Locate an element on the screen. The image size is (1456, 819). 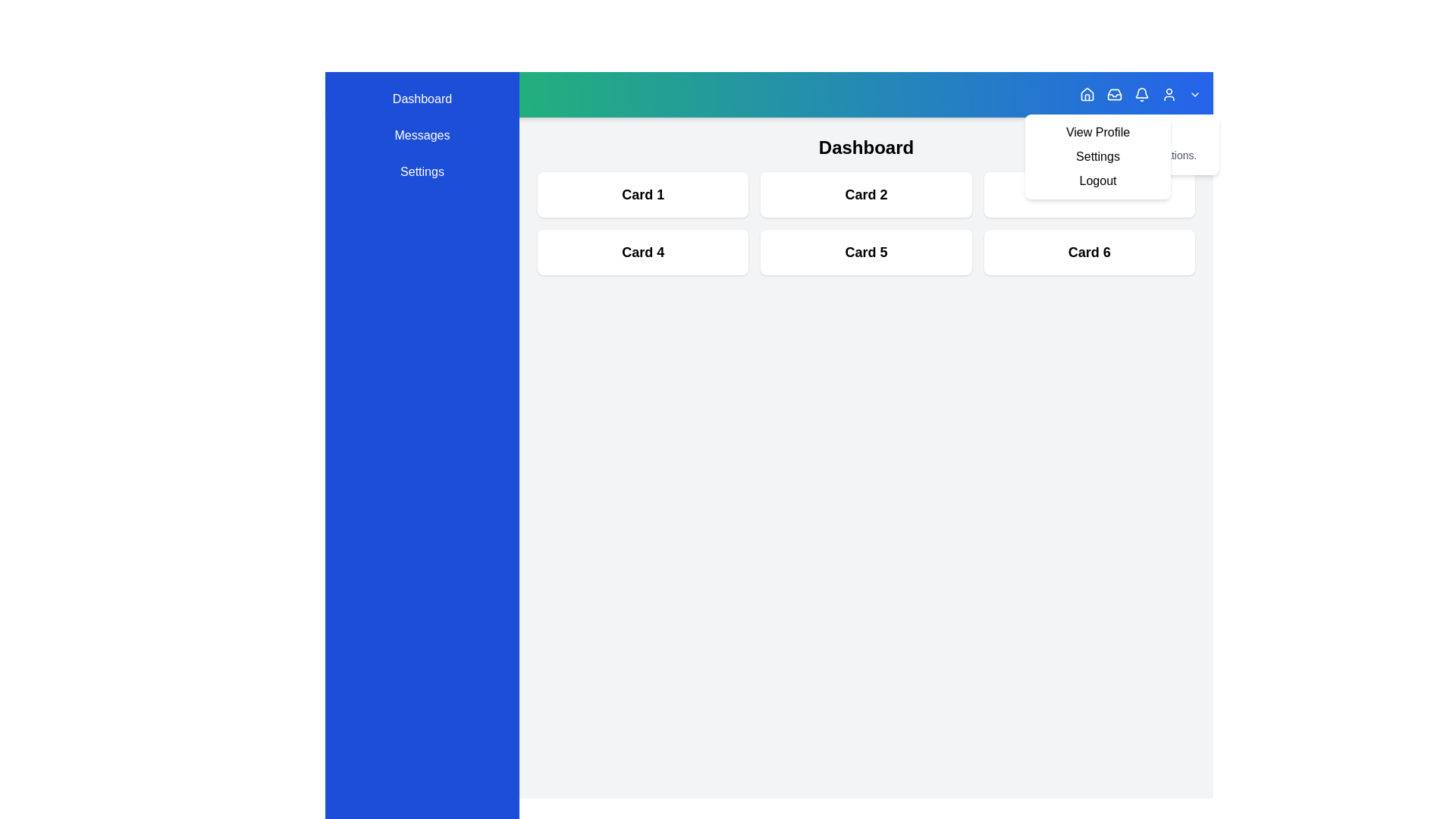
the second content card in the dashboard, positioned between 'Card 1' and 'Card 3' is located at coordinates (866, 194).